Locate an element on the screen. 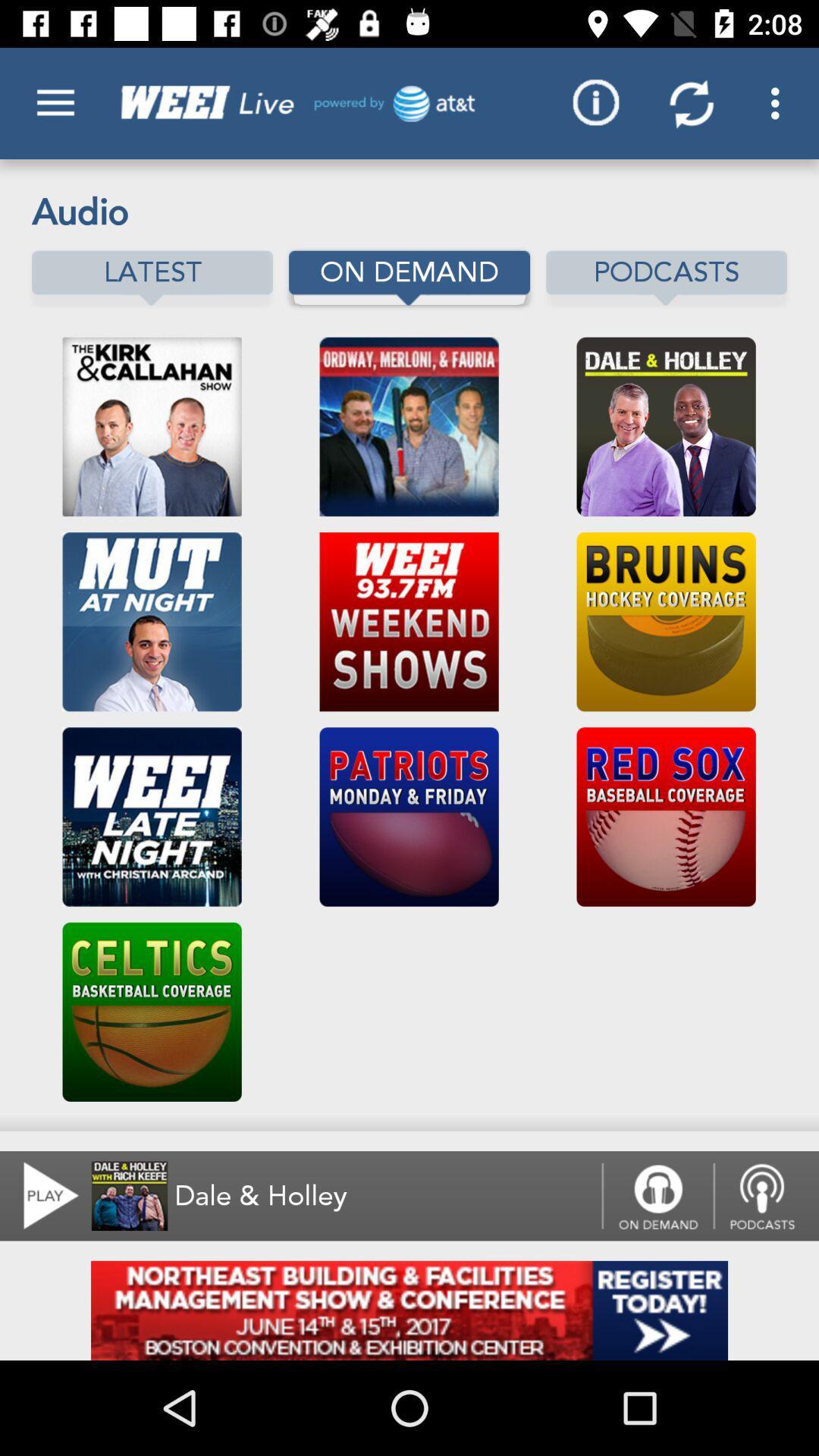 This screenshot has height=1456, width=819. the second button from top right corner is located at coordinates (691, 103).